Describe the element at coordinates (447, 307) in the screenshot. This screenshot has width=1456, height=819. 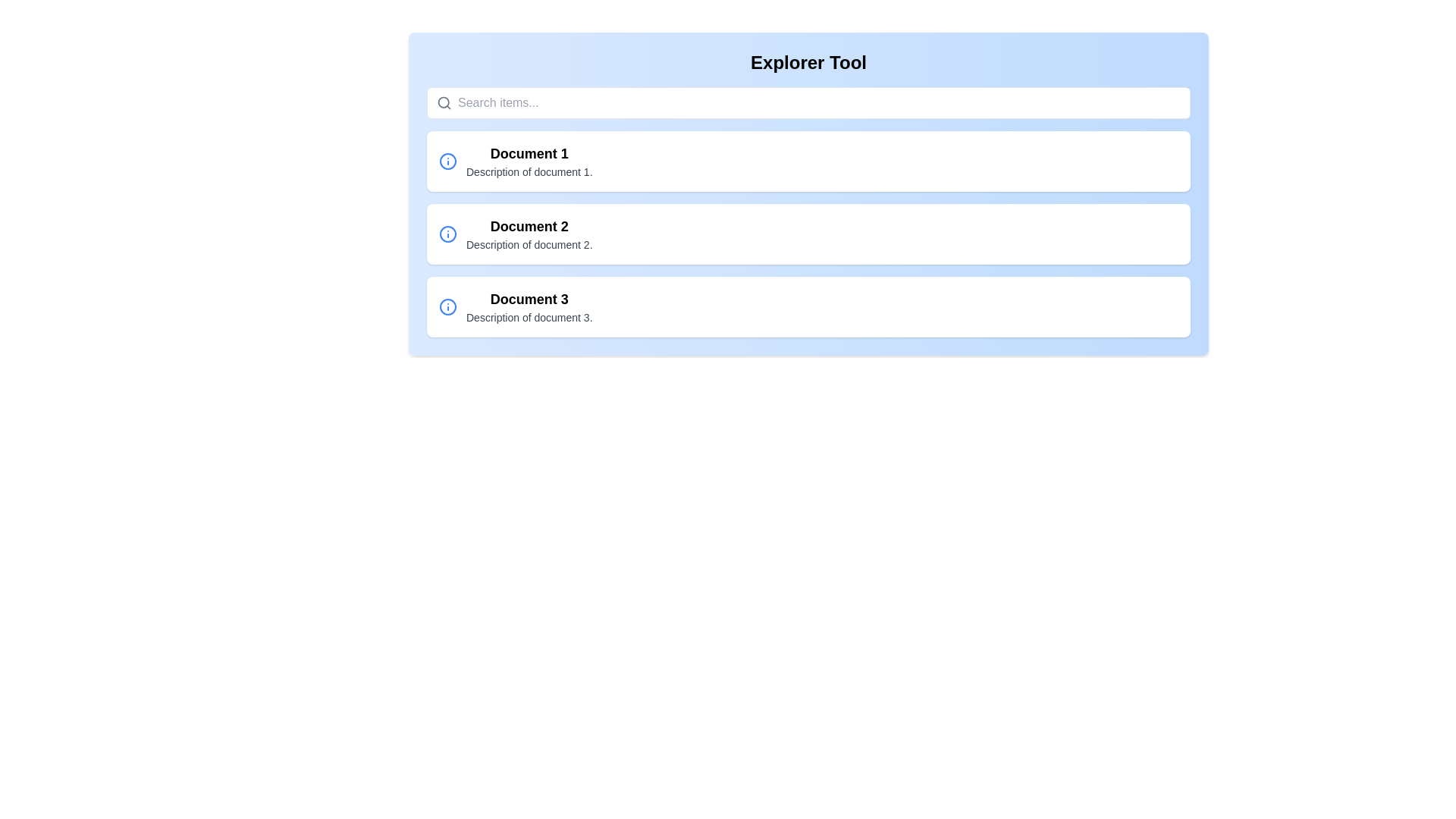
I see `the circular outline icon that represents the 'Document 3' entry, located to the left of the text in the third entry of the vertical list` at that location.